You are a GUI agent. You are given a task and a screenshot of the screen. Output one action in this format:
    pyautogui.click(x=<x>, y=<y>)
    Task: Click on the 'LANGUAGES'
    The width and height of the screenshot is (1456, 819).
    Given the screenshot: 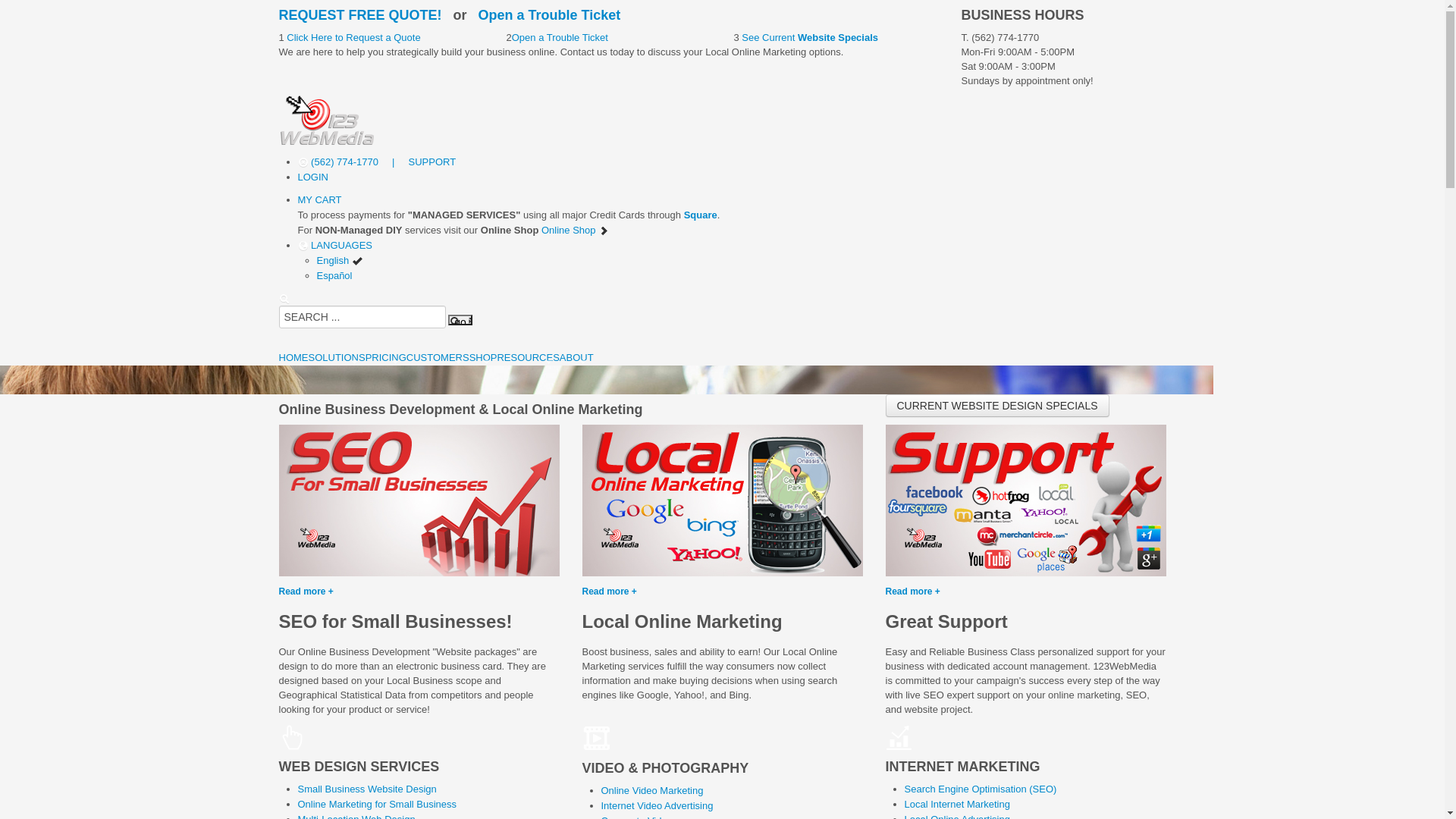 What is the action you would take?
    pyautogui.click(x=334, y=244)
    